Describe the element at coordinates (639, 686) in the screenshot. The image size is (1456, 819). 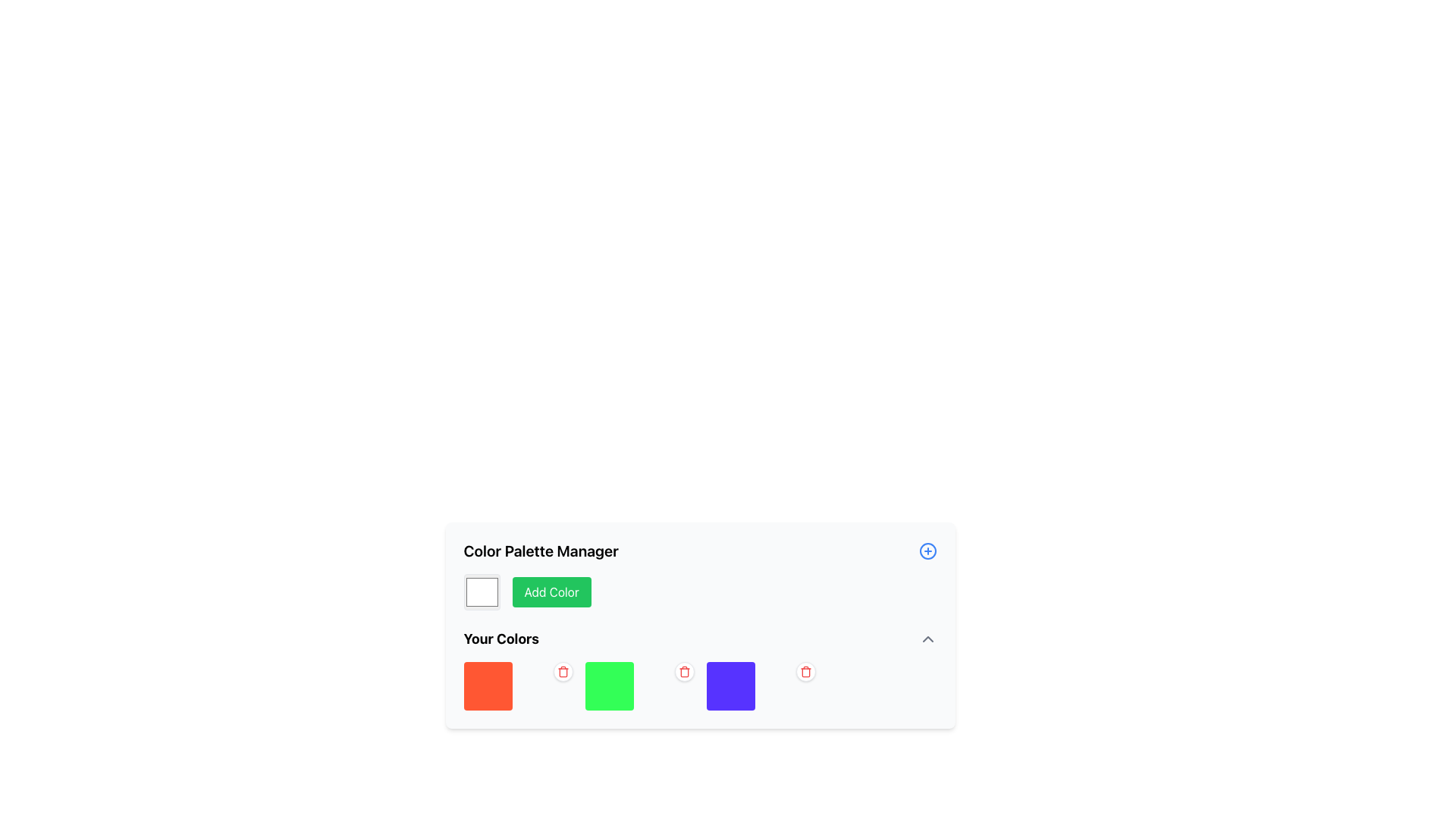
I see `the second color block` at that location.